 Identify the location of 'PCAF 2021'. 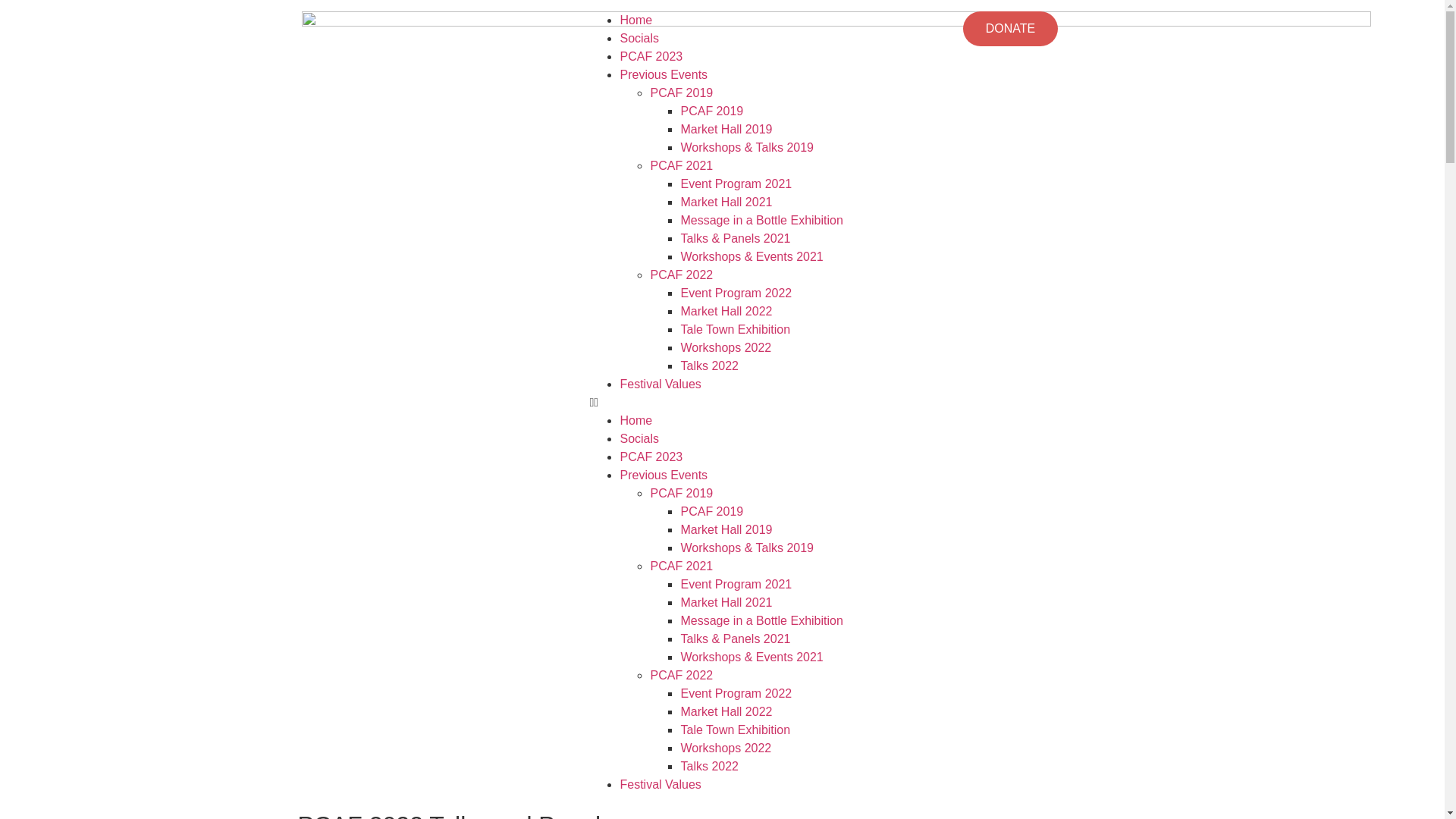
(680, 165).